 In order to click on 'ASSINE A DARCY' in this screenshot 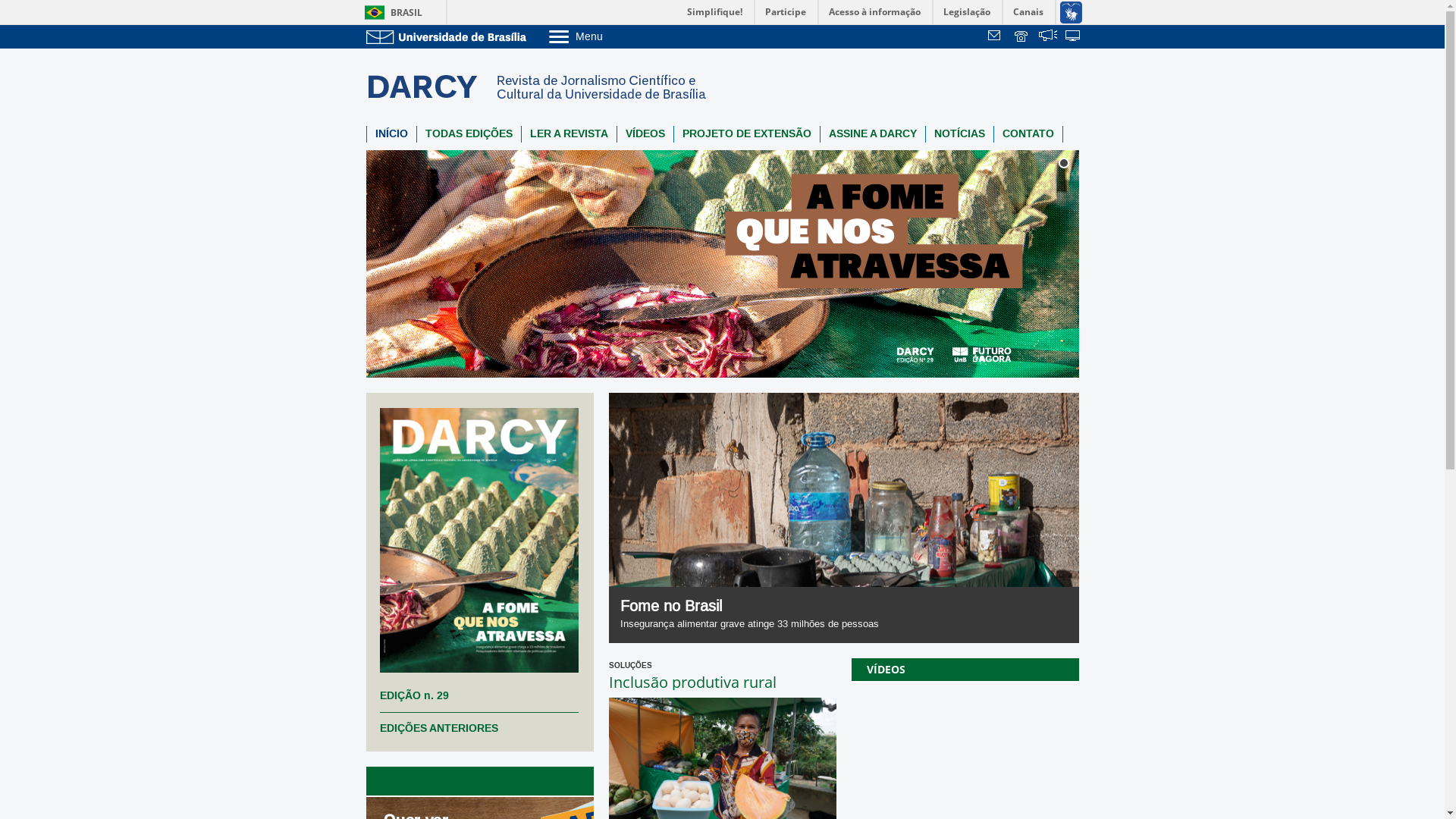, I will do `click(873, 133)`.